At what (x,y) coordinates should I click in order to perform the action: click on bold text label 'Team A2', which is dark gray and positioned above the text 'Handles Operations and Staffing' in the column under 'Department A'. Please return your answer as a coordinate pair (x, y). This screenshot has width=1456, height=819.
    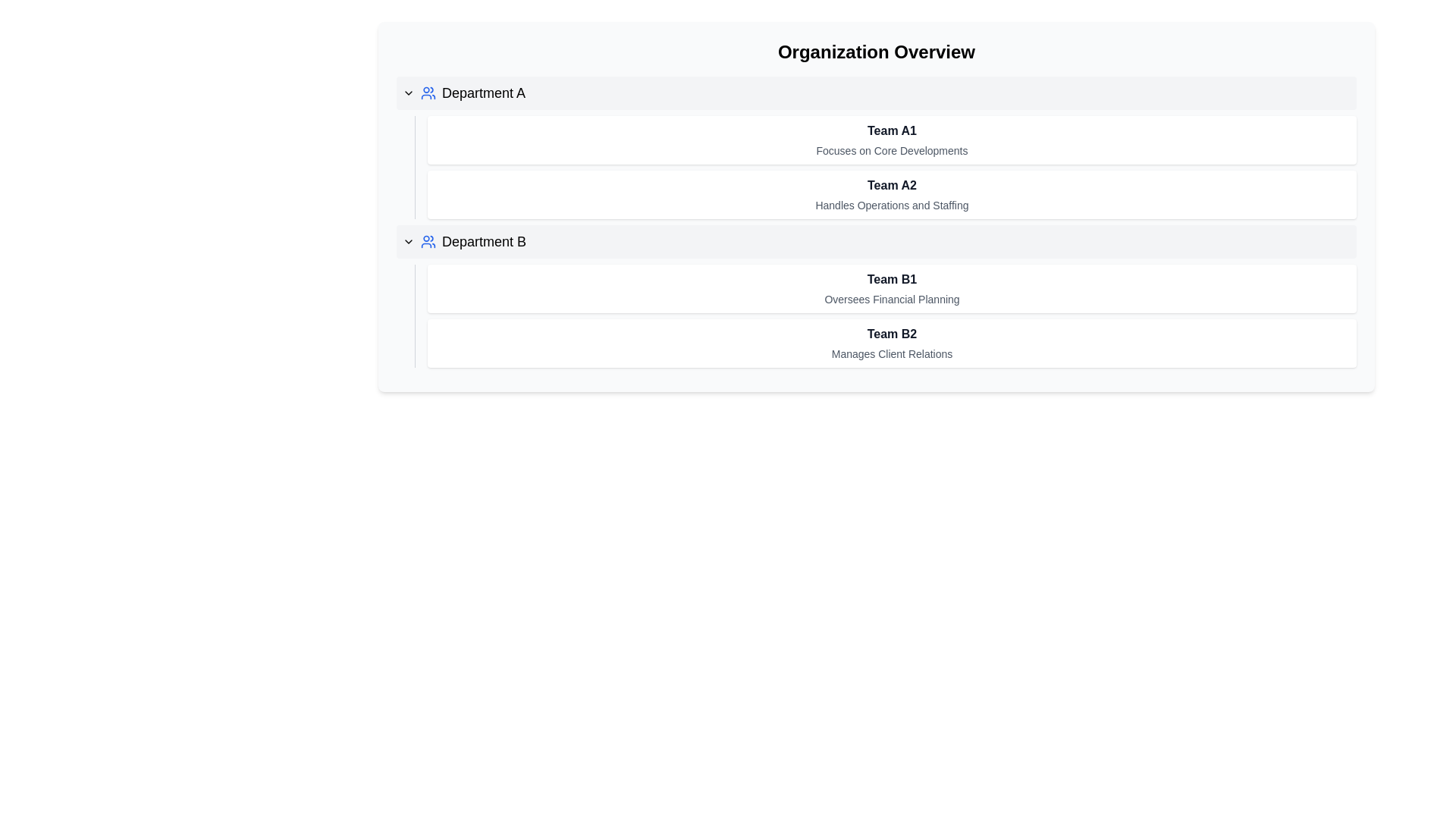
    Looking at the image, I should click on (892, 185).